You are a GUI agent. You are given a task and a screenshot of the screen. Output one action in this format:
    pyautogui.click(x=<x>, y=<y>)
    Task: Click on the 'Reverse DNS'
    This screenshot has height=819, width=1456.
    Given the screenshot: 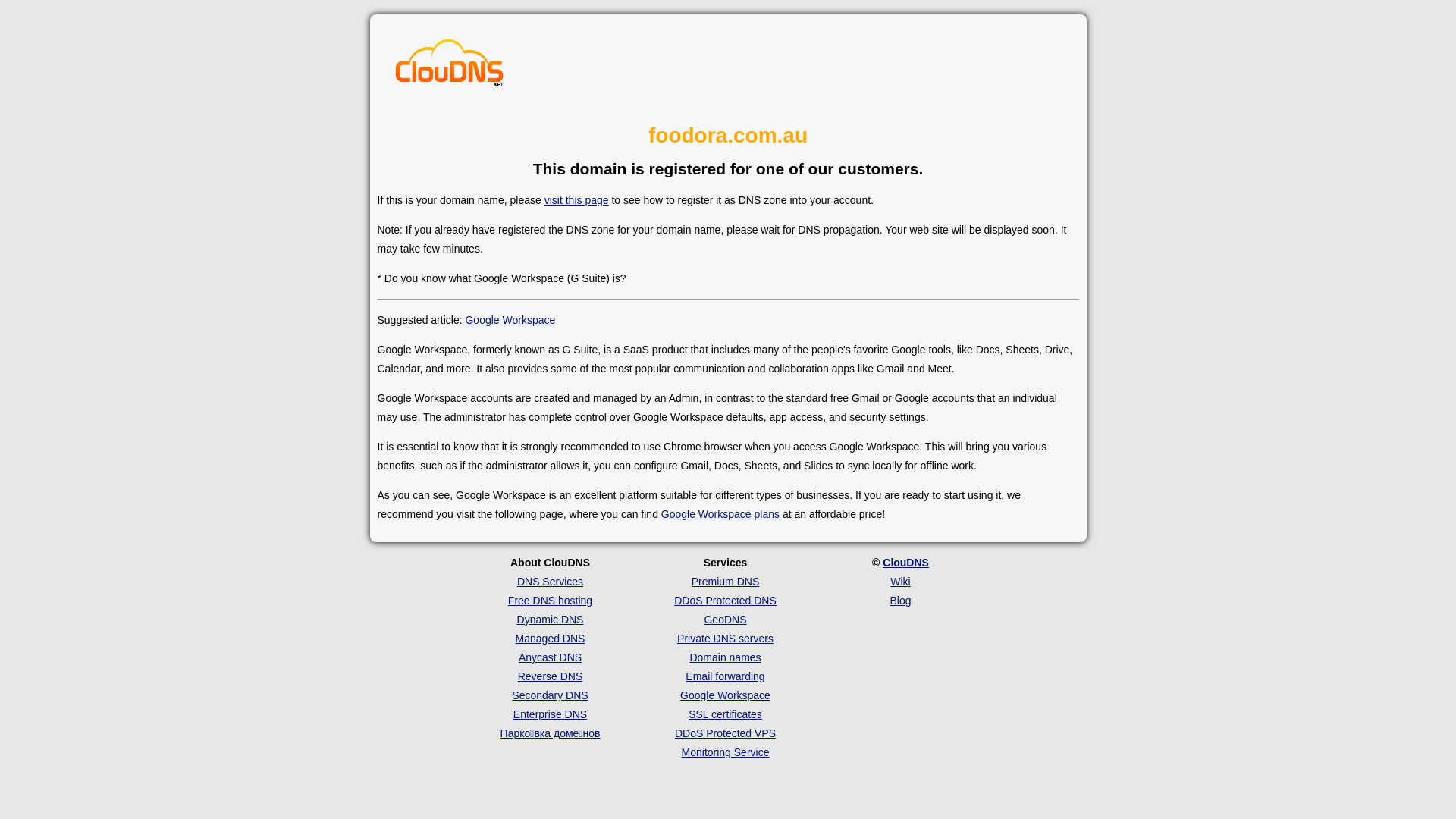 What is the action you would take?
    pyautogui.click(x=549, y=675)
    